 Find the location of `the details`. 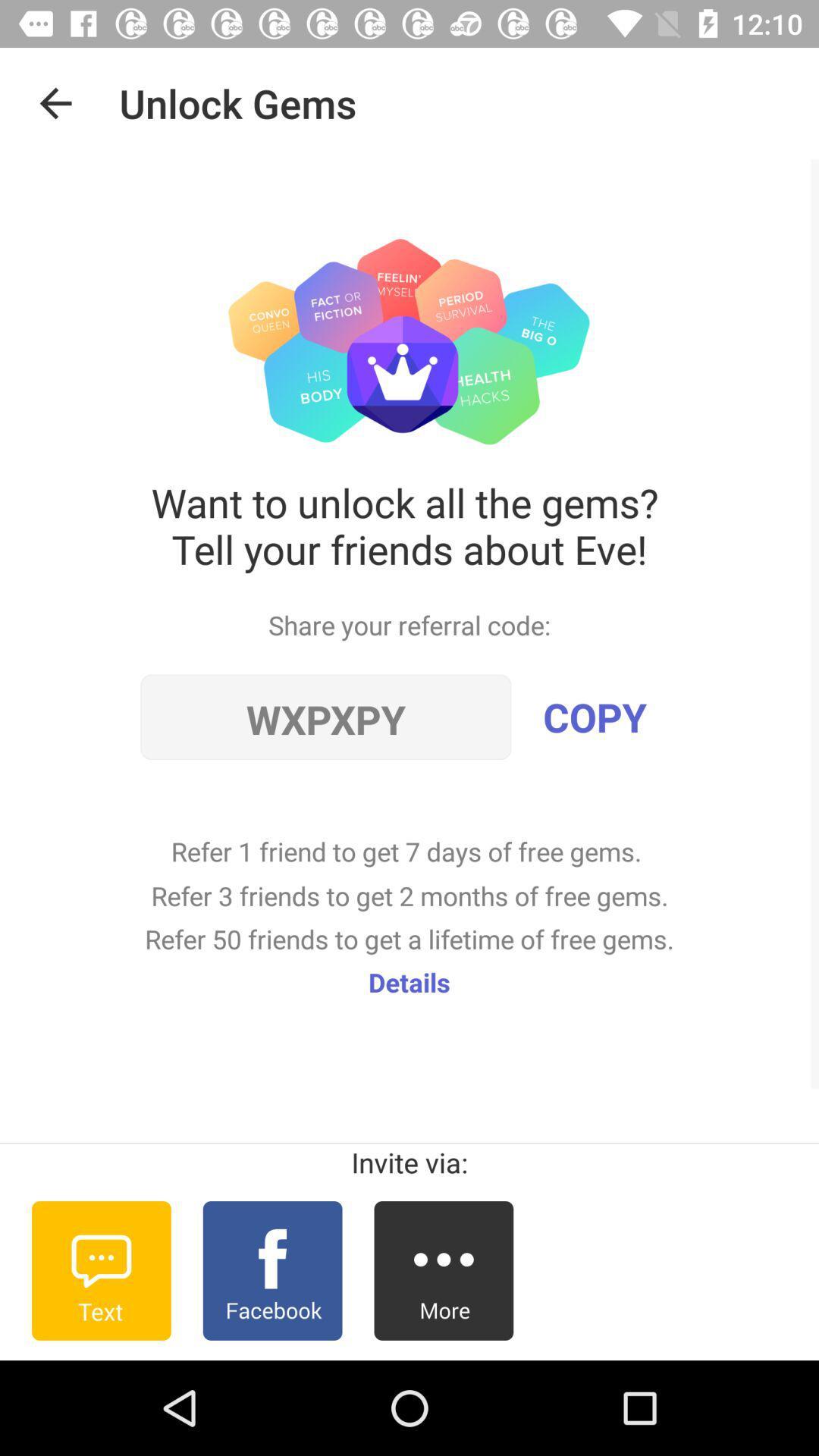

the details is located at coordinates (409, 982).